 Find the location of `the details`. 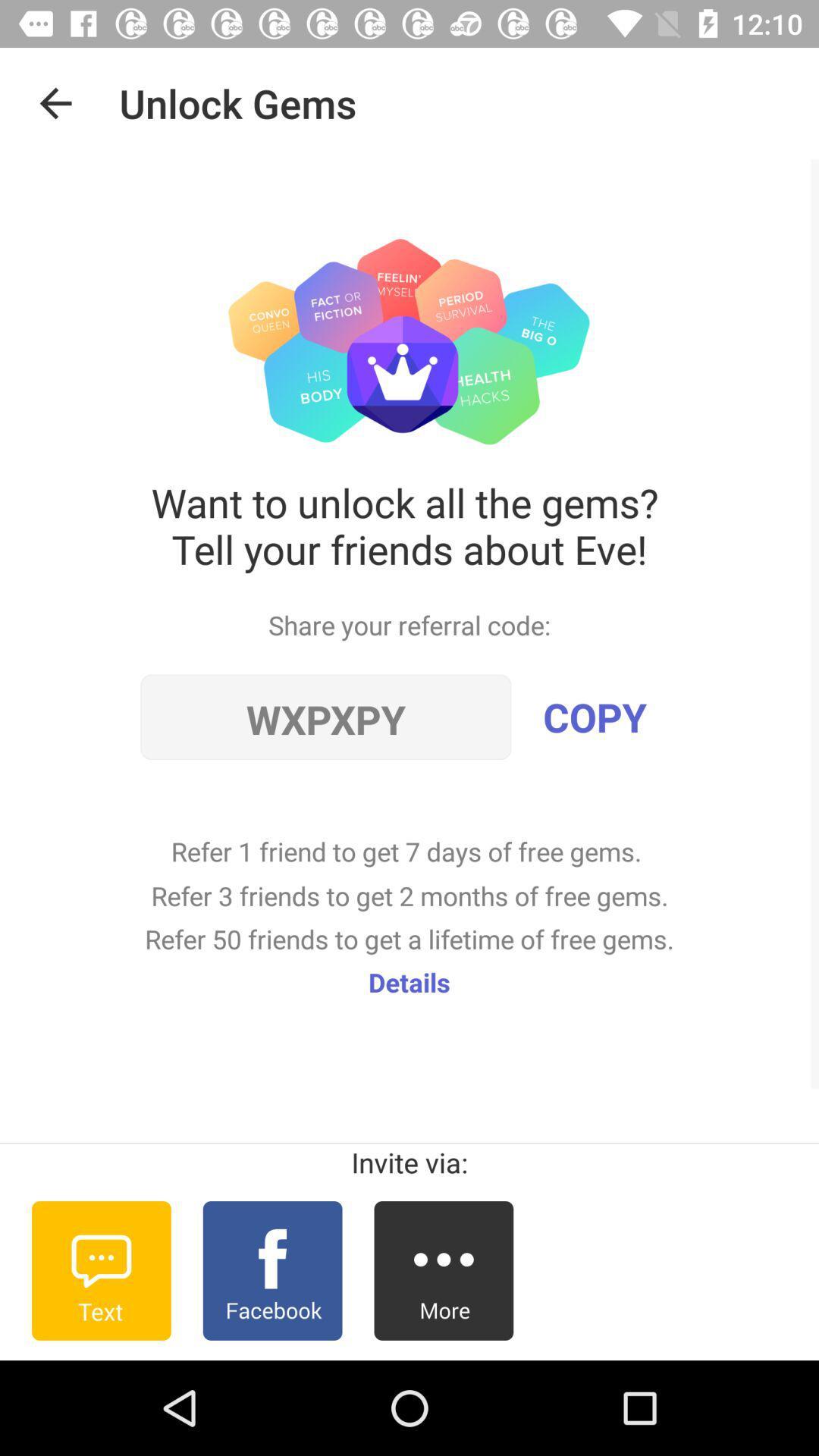

the details is located at coordinates (409, 982).